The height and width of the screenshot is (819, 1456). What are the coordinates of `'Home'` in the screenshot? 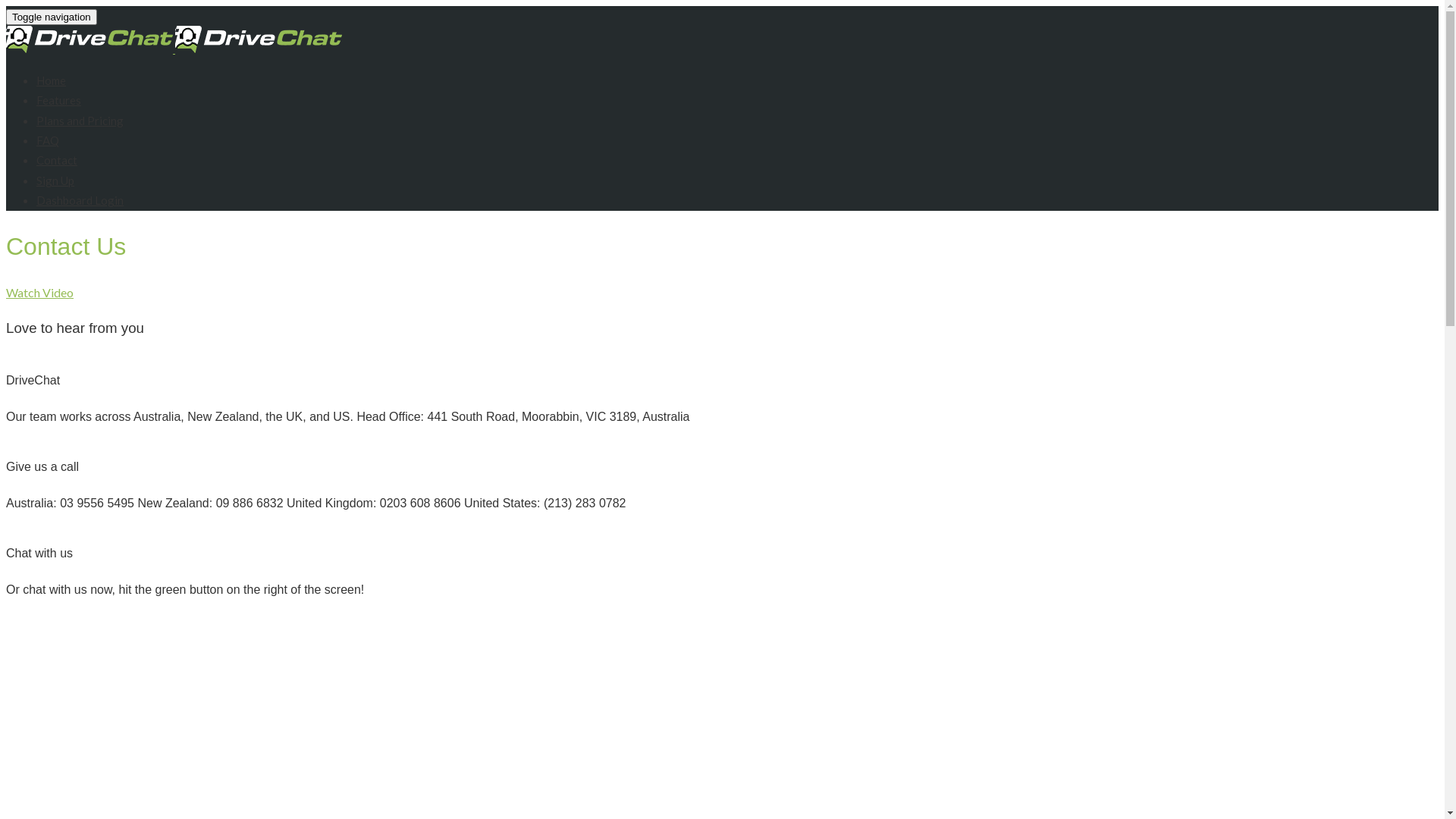 It's located at (51, 80).